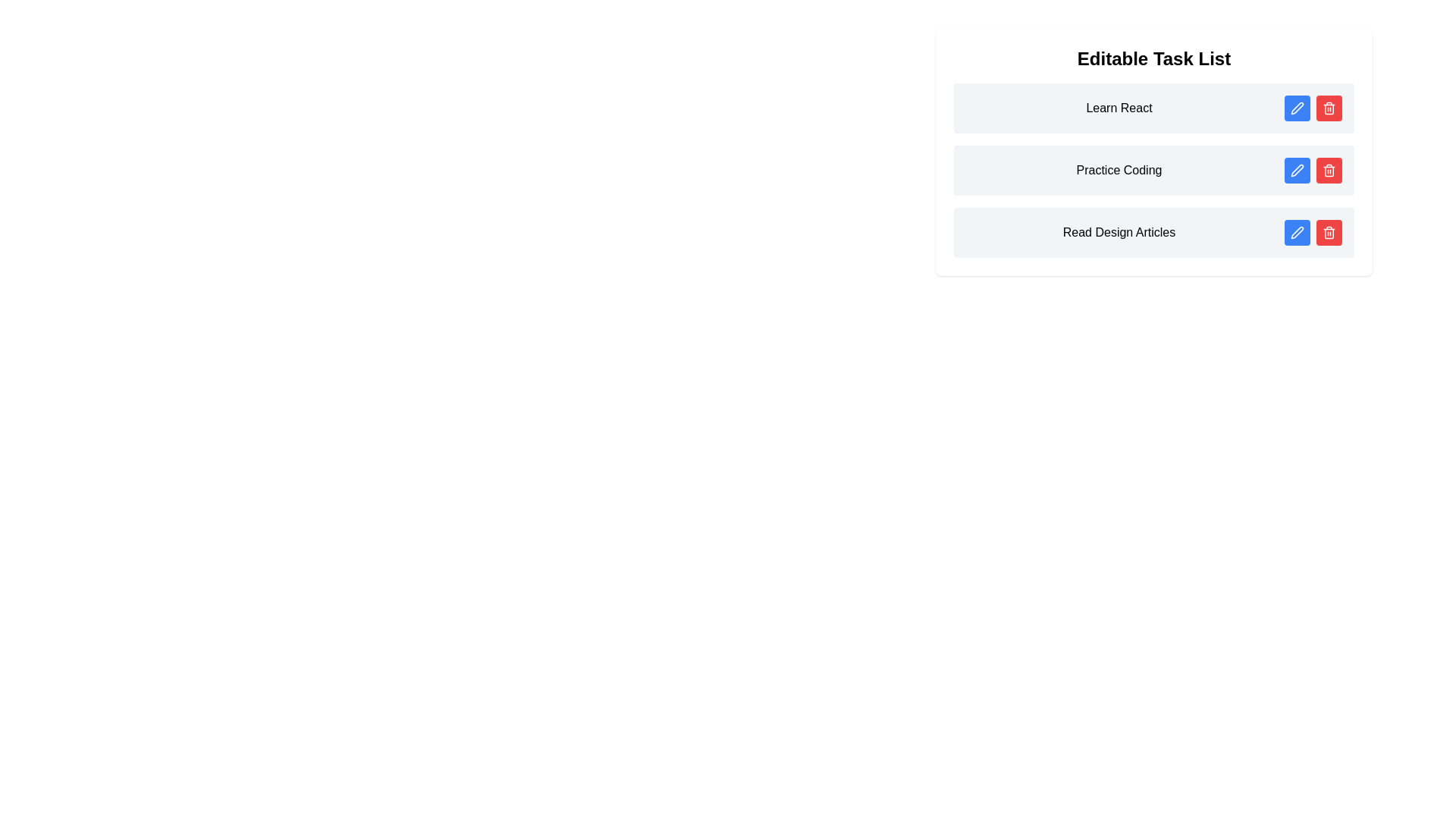  What do you see at coordinates (1313, 107) in the screenshot?
I see `the red trash bin button` at bounding box center [1313, 107].